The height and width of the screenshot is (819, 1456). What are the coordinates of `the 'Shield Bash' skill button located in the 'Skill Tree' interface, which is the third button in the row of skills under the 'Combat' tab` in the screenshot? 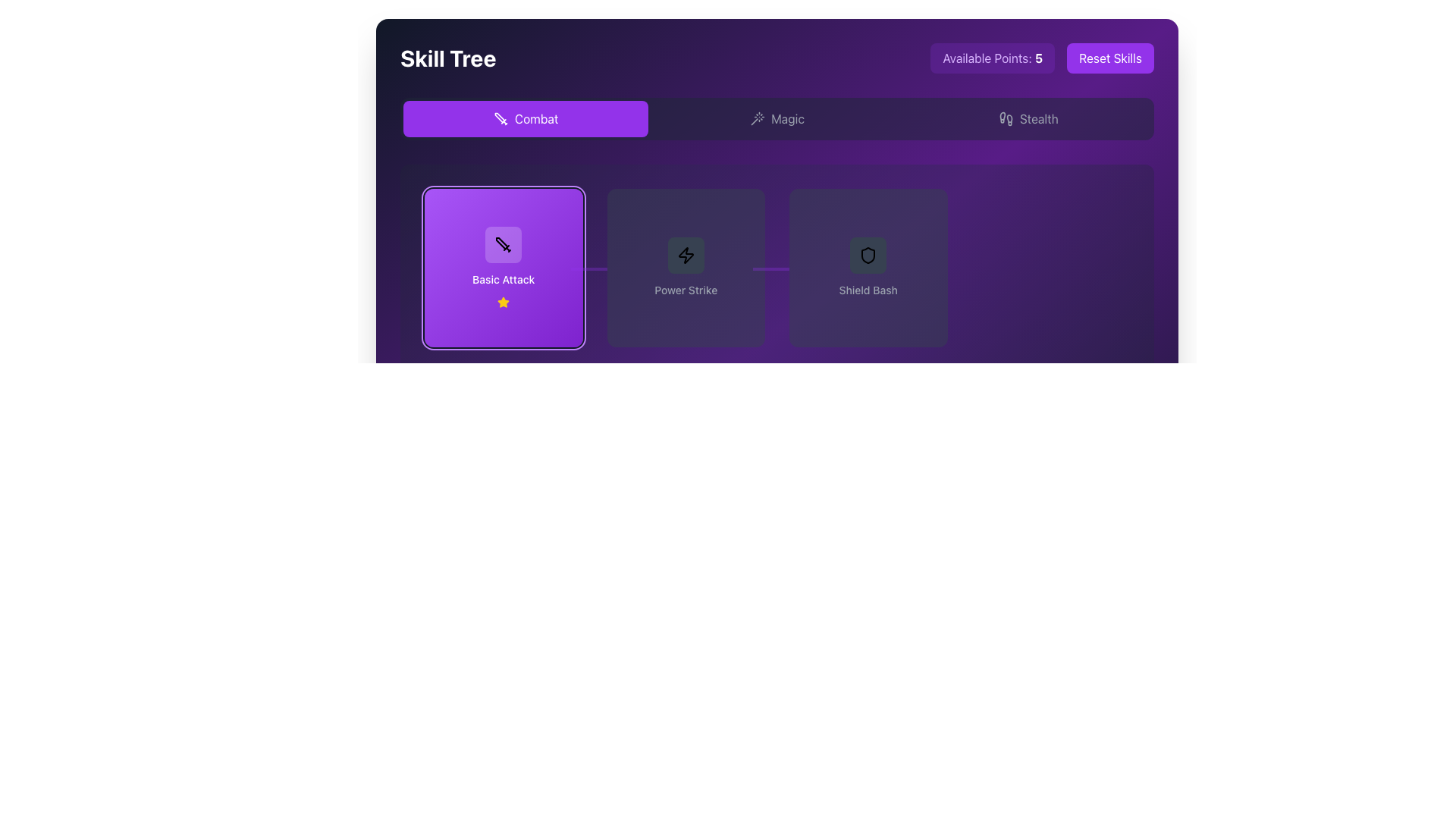 It's located at (868, 267).